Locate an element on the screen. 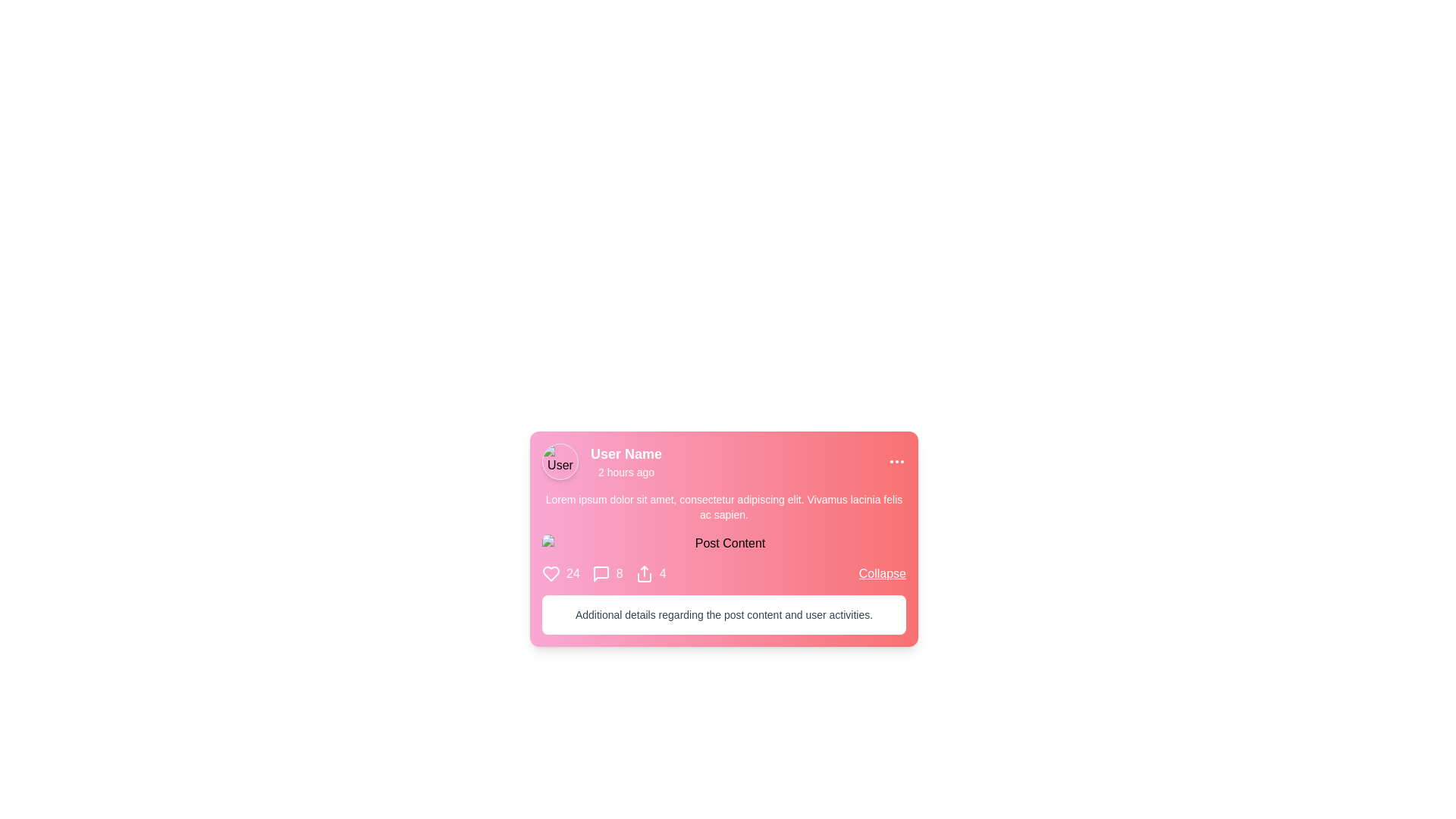  the heart icon button located at the bottom left edge of the main post card interface is located at coordinates (550, 573).